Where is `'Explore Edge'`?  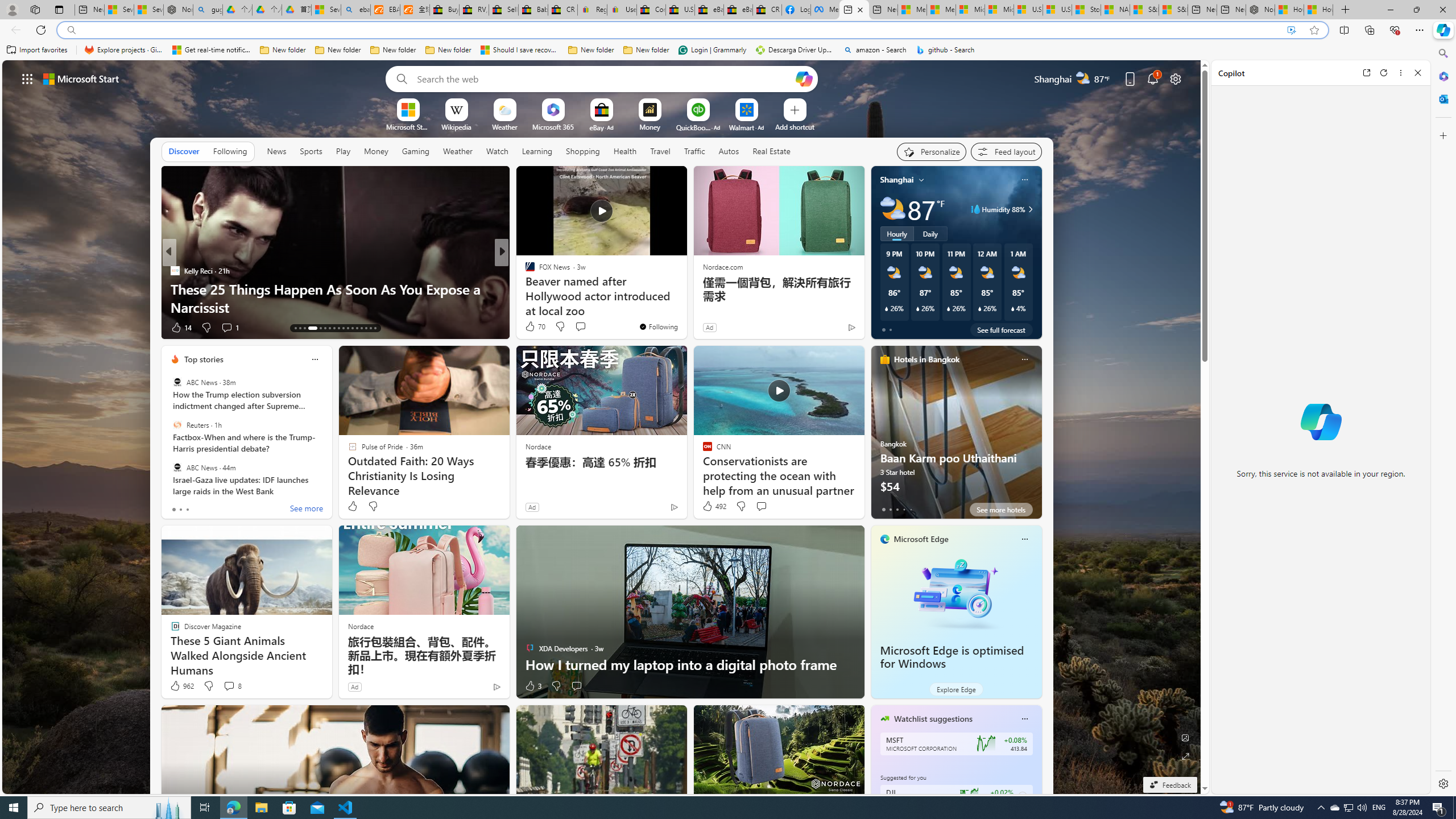
'Explore Edge' is located at coordinates (955, 688).